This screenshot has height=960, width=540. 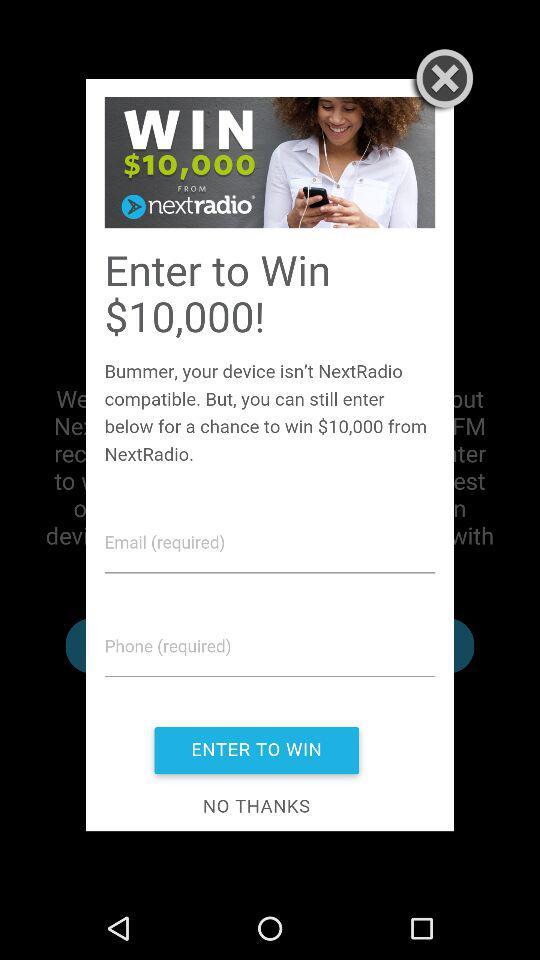 I want to click on advertisement, so click(x=270, y=455).